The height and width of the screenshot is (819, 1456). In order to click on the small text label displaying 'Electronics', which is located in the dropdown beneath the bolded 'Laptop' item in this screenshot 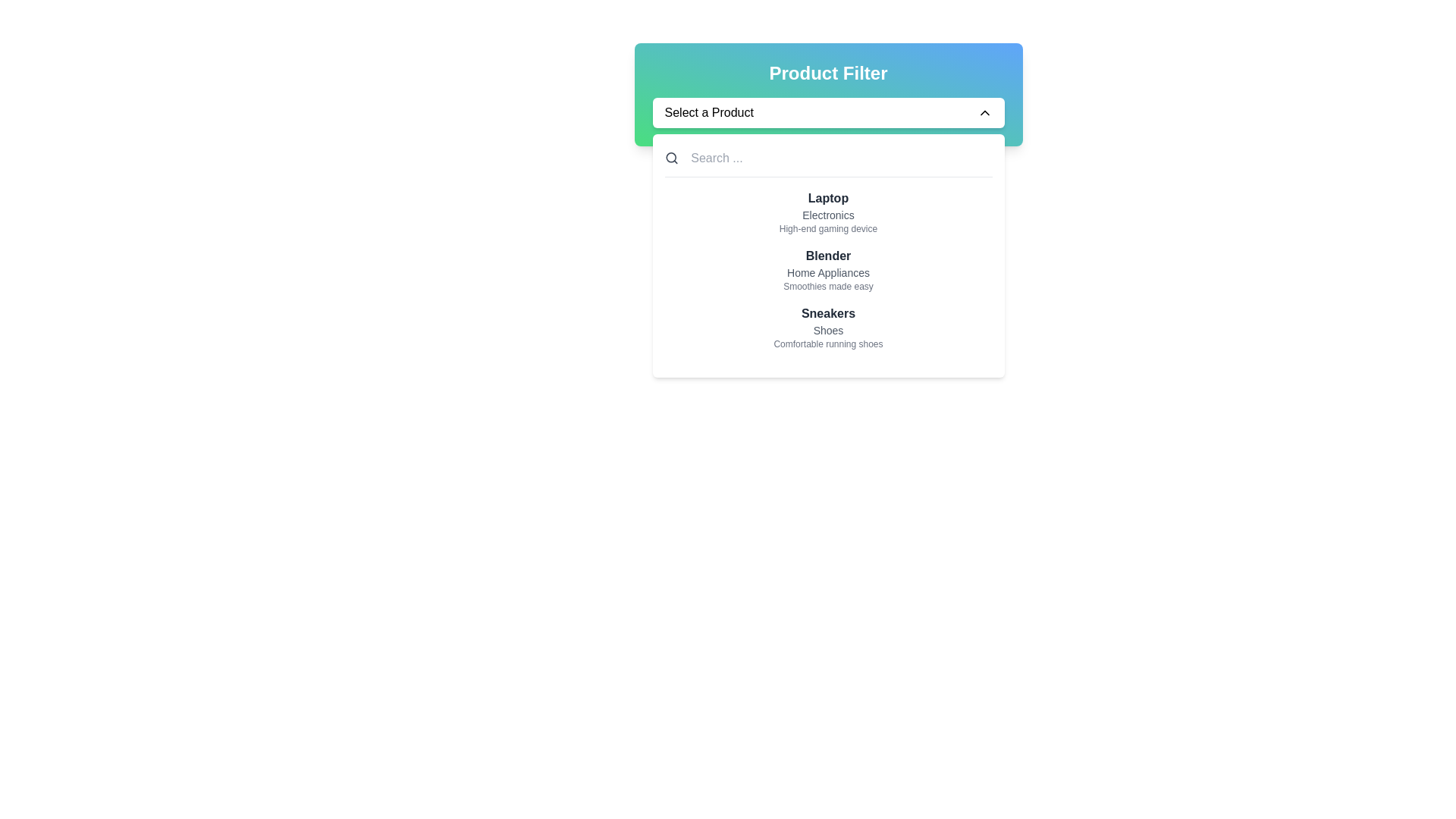, I will do `click(827, 215)`.